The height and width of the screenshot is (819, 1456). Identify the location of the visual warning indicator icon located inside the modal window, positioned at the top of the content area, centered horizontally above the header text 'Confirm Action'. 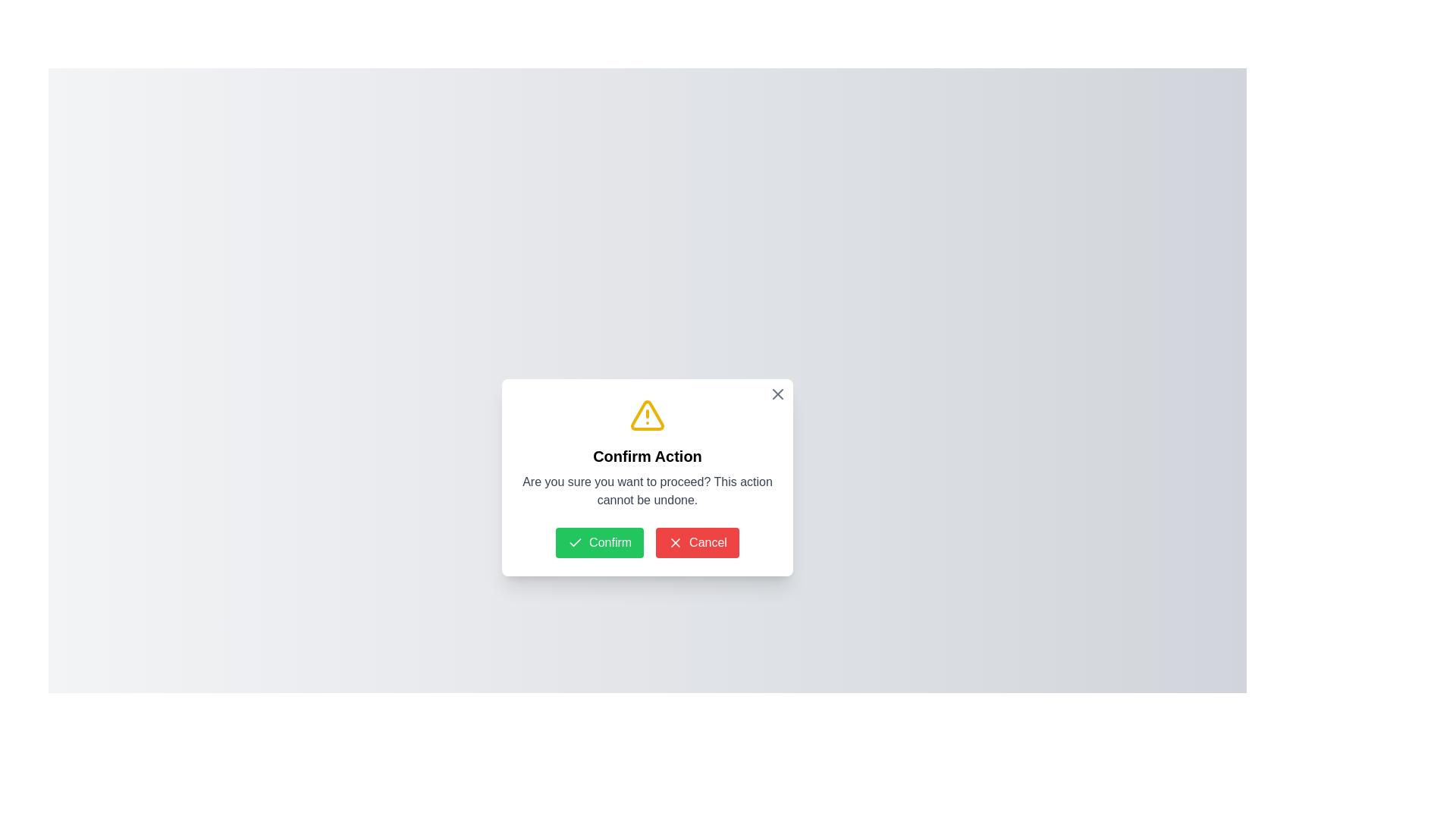
(648, 415).